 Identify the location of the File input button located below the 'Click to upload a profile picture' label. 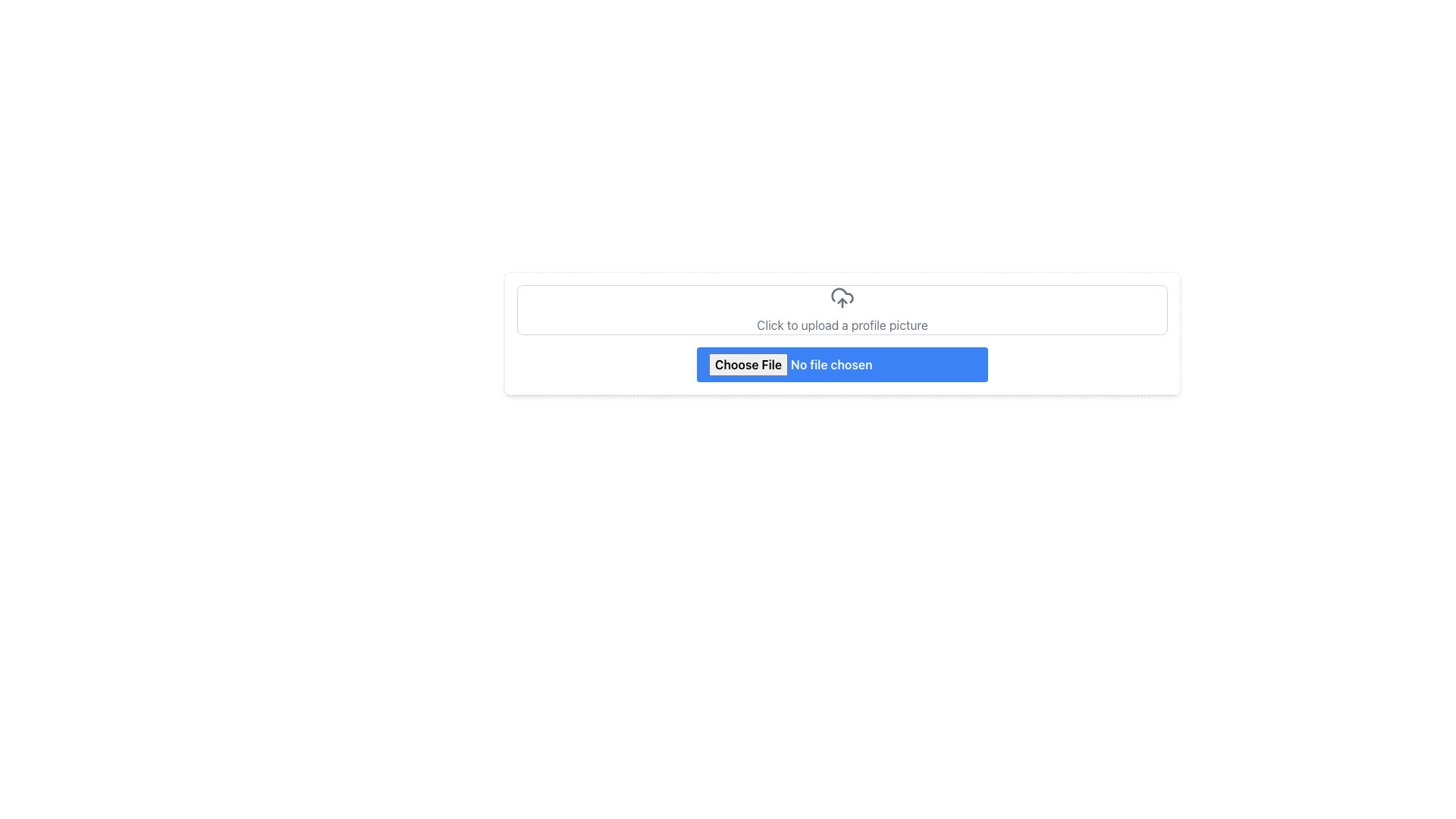
(841, 375).